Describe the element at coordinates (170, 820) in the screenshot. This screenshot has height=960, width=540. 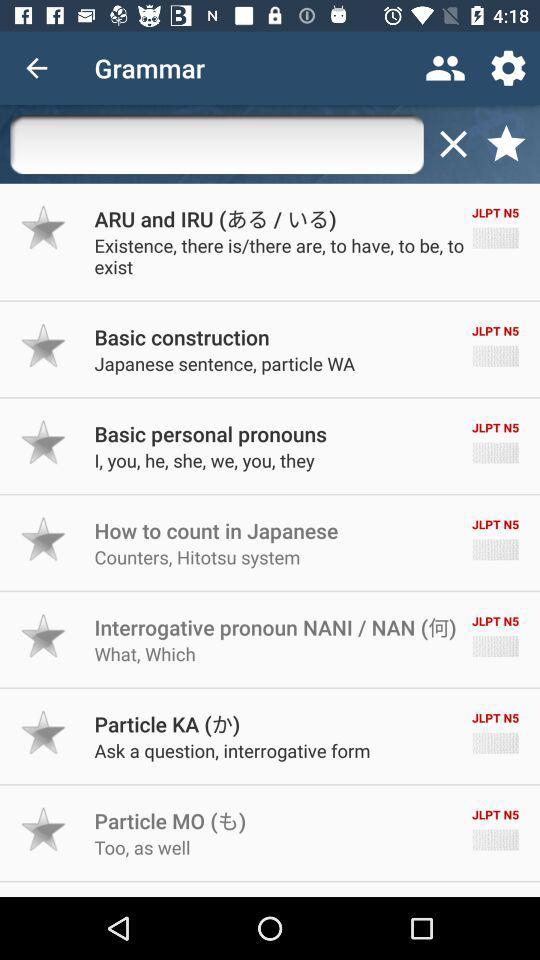
I see `the icon below ask a question icon` at that location.